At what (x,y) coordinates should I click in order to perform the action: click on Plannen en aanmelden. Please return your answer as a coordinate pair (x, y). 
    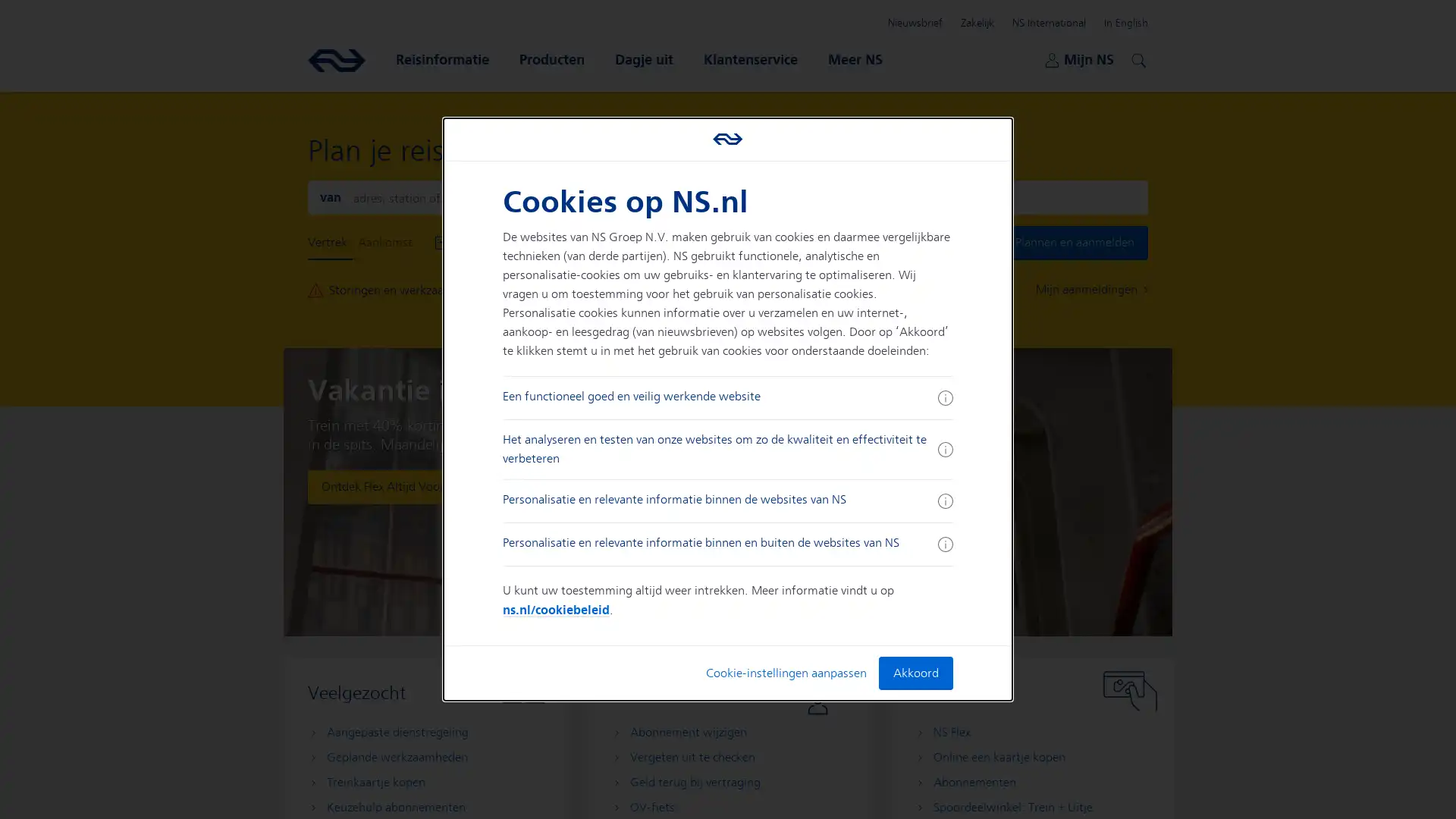
    Looking at the image, I should click on (1074, 242).